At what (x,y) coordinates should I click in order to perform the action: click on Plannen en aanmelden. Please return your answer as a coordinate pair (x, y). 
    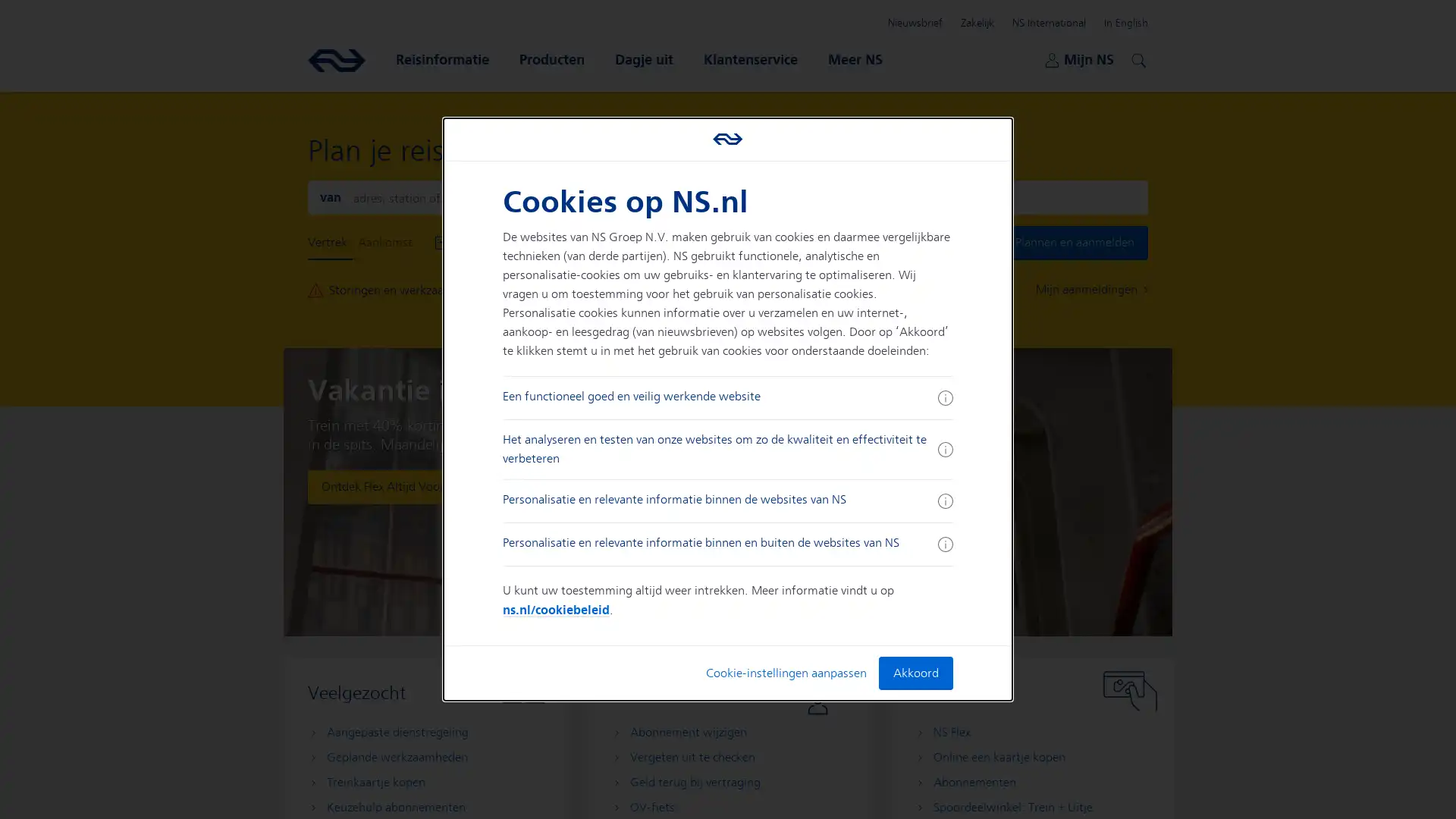
    Looking at the image, I should click on (1074, 242).